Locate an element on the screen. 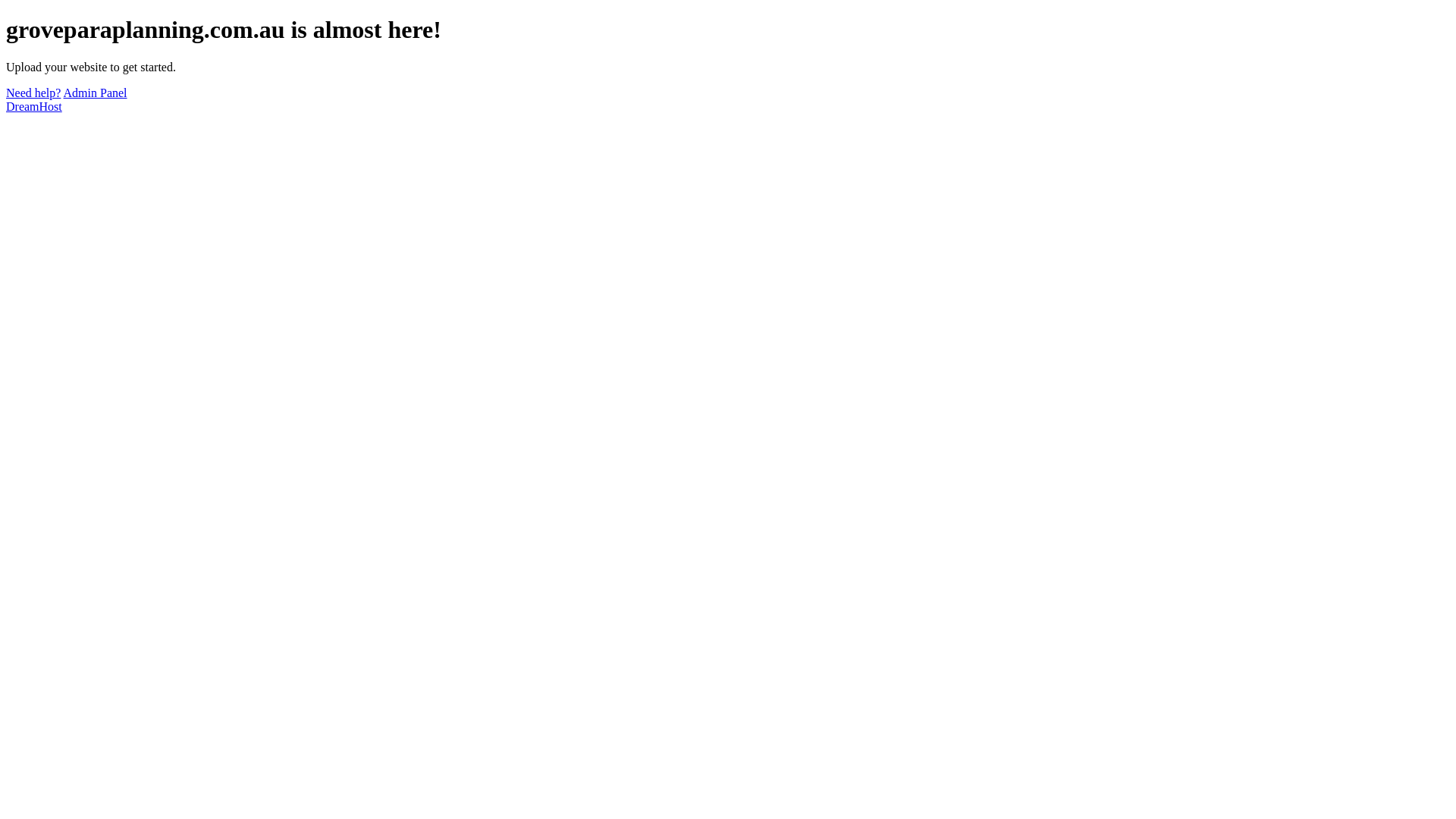 This screenshot has width=1456, height=819. 'DreamHost' is located at coordinates (33, 105).